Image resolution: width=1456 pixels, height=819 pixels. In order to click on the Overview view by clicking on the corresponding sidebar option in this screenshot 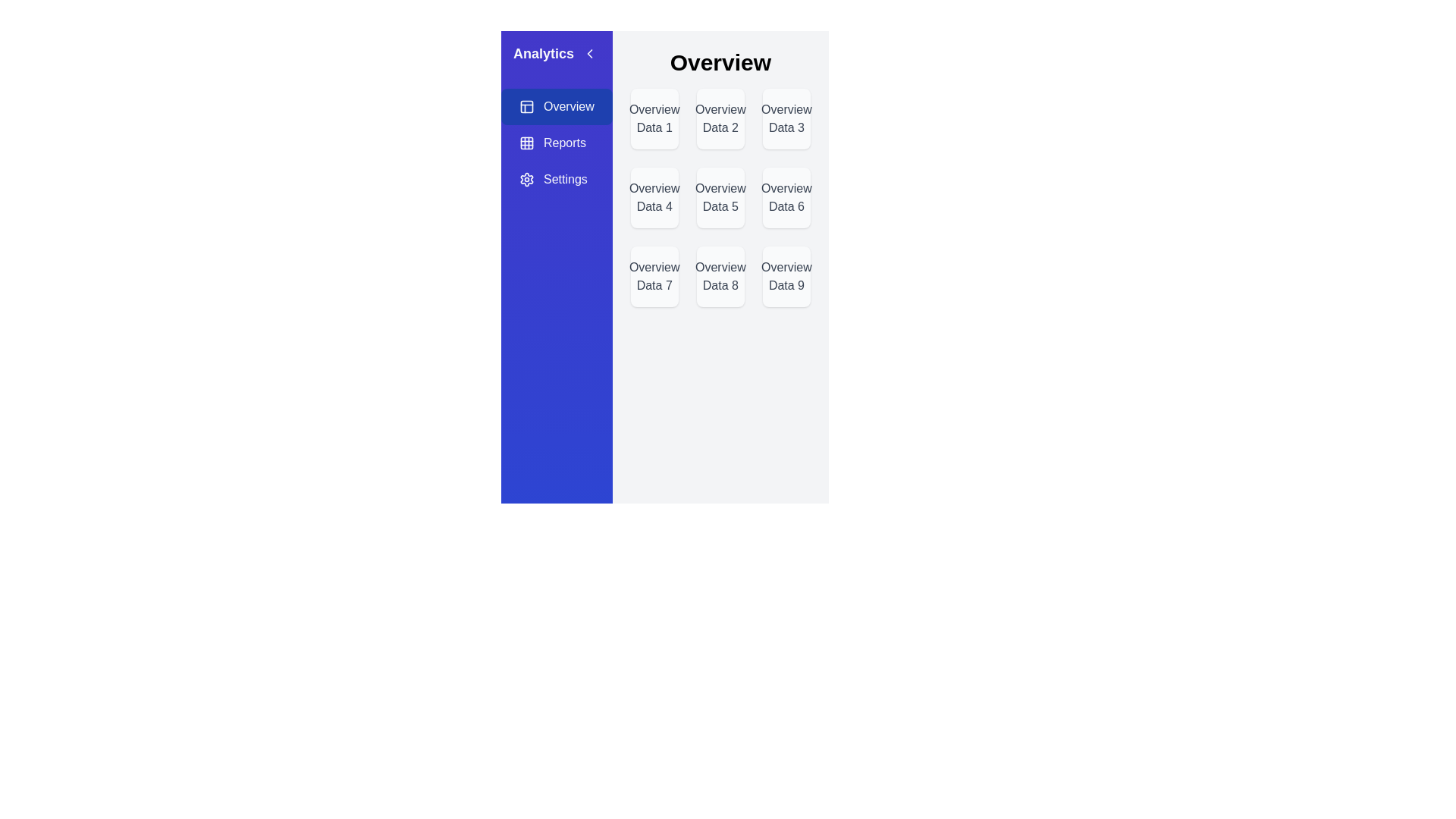, I will do `click(556, 106)`.